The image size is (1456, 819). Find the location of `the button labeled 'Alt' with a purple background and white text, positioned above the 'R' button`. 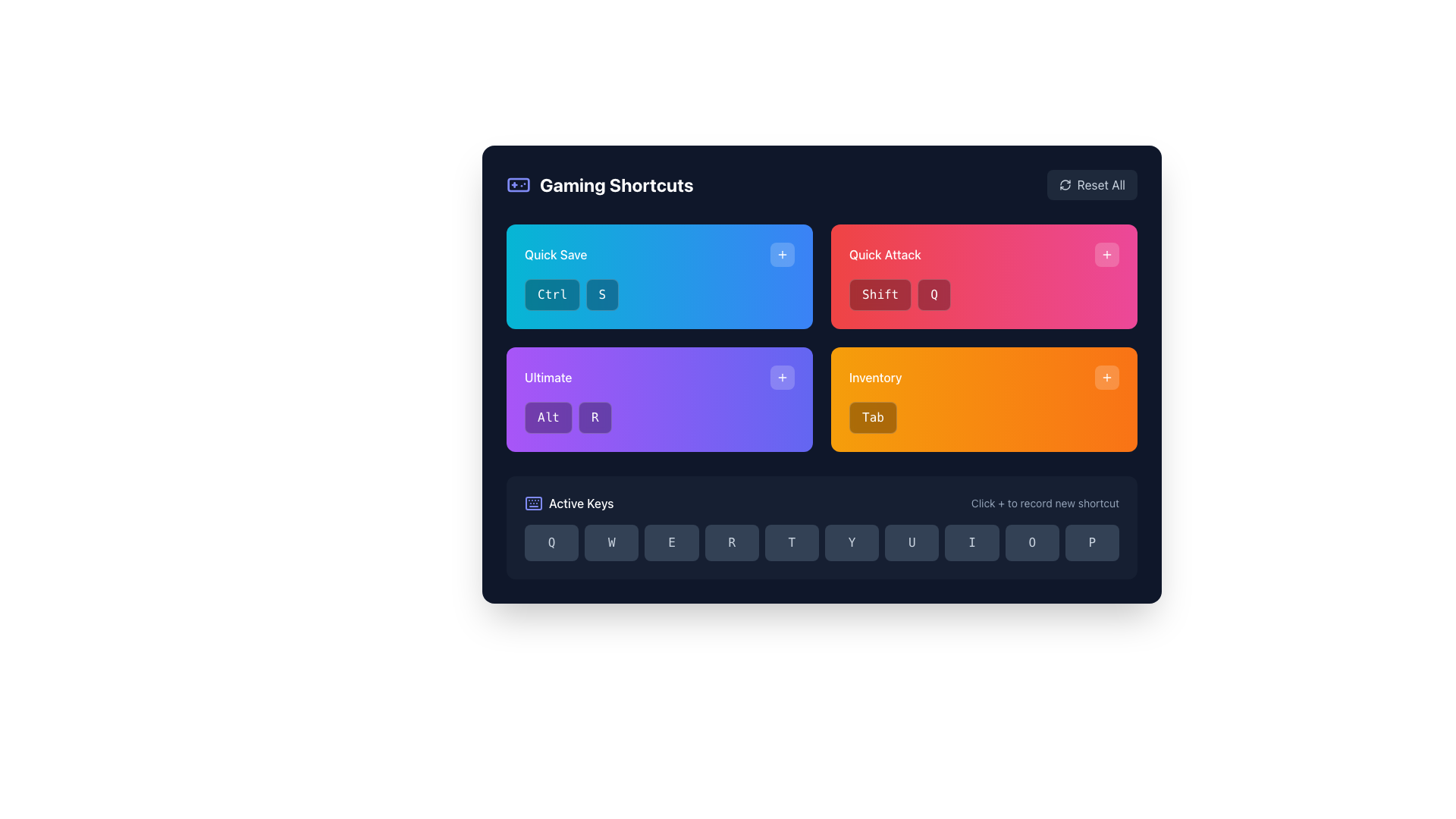

the button labeled 'Alt' with a purple background and white text, positioned above the 'R' button is located at coordinates (548, 418).